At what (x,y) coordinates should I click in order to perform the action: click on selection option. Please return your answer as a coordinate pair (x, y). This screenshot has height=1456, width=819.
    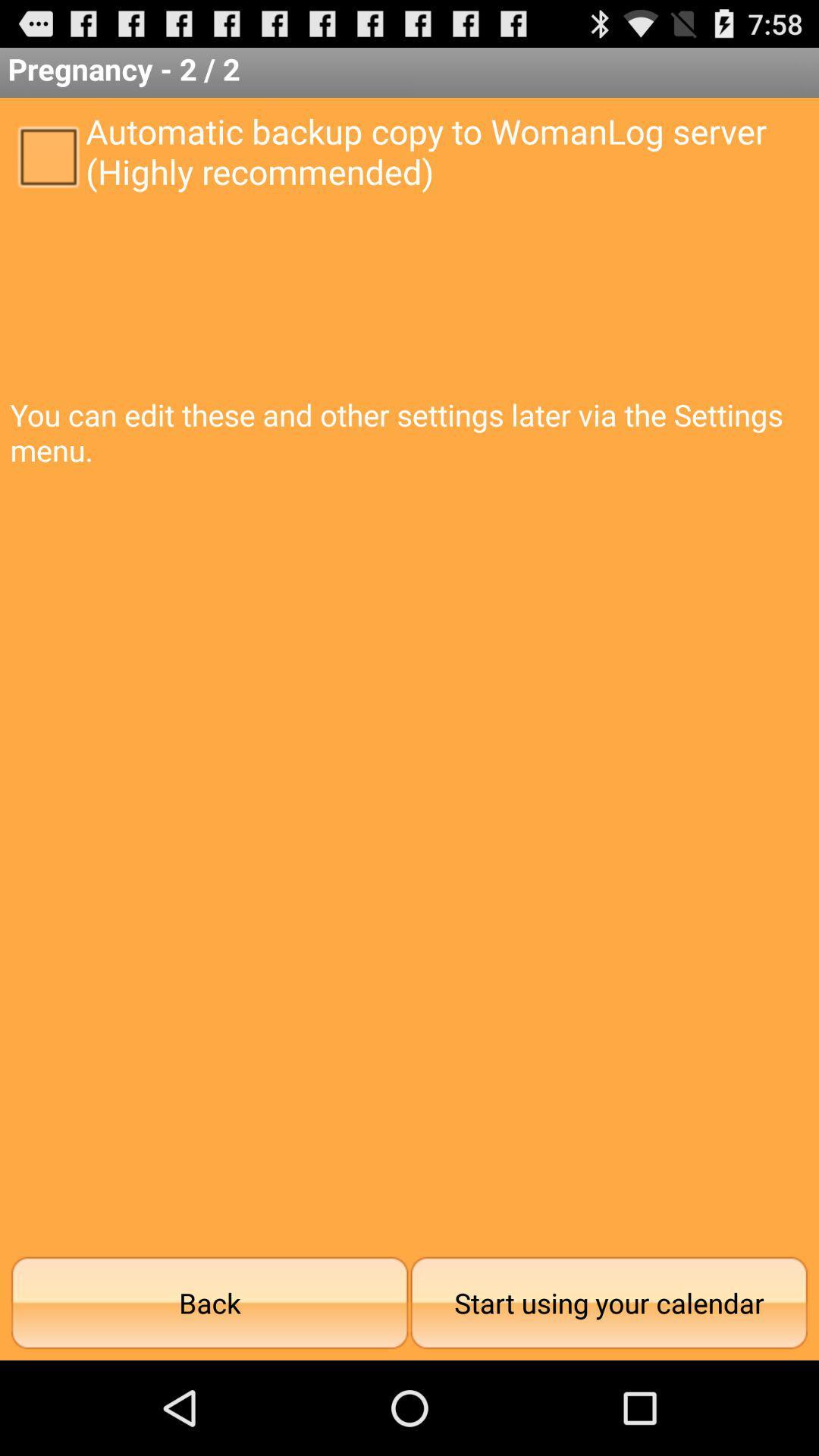
    Looking at the image, I should click on (47, 155).